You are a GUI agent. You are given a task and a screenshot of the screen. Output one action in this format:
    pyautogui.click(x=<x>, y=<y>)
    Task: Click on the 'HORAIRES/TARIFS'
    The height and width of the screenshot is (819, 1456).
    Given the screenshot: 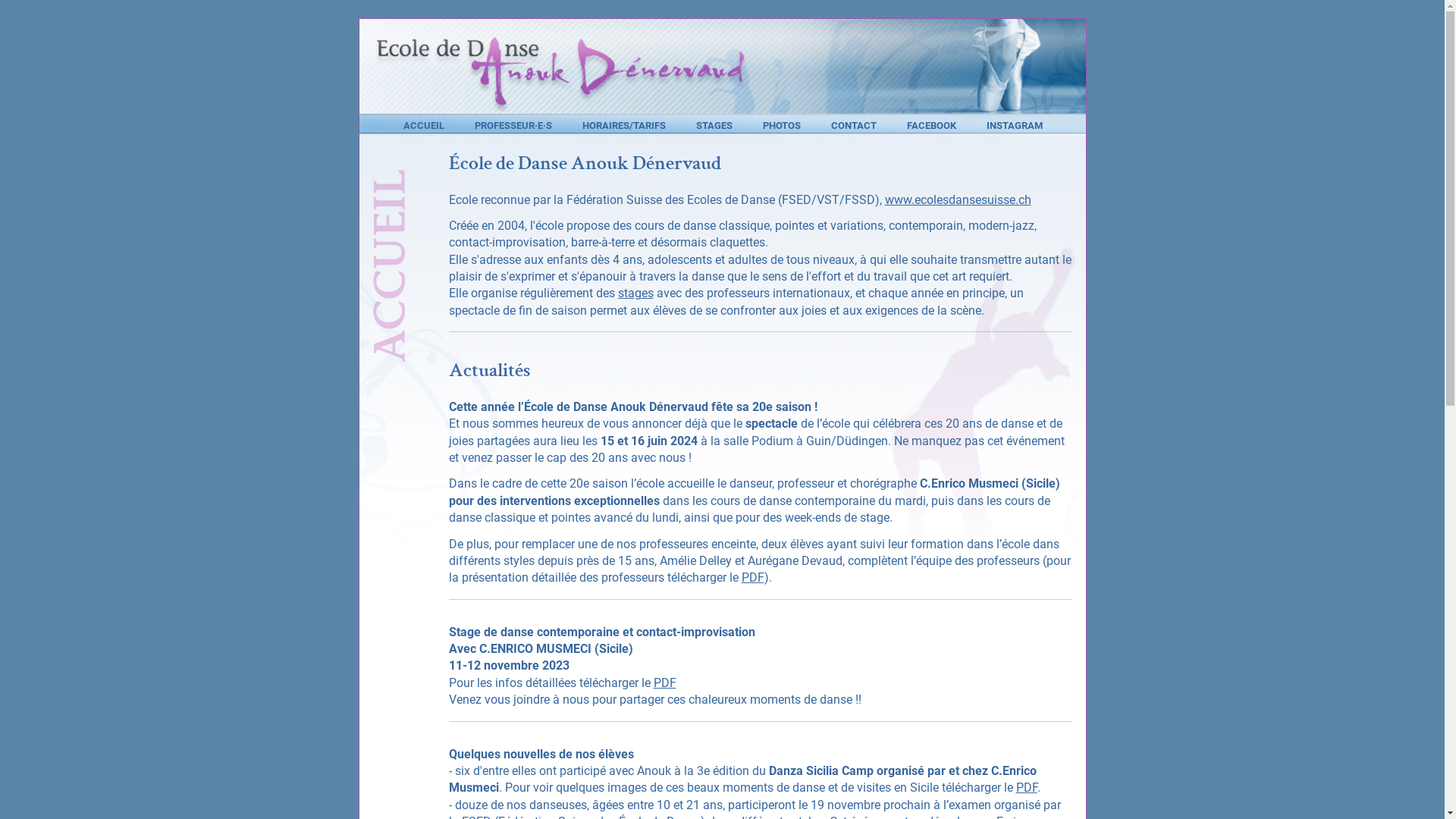 What is the action you would take?
    pyautogui.click(x=623, y=124)
    